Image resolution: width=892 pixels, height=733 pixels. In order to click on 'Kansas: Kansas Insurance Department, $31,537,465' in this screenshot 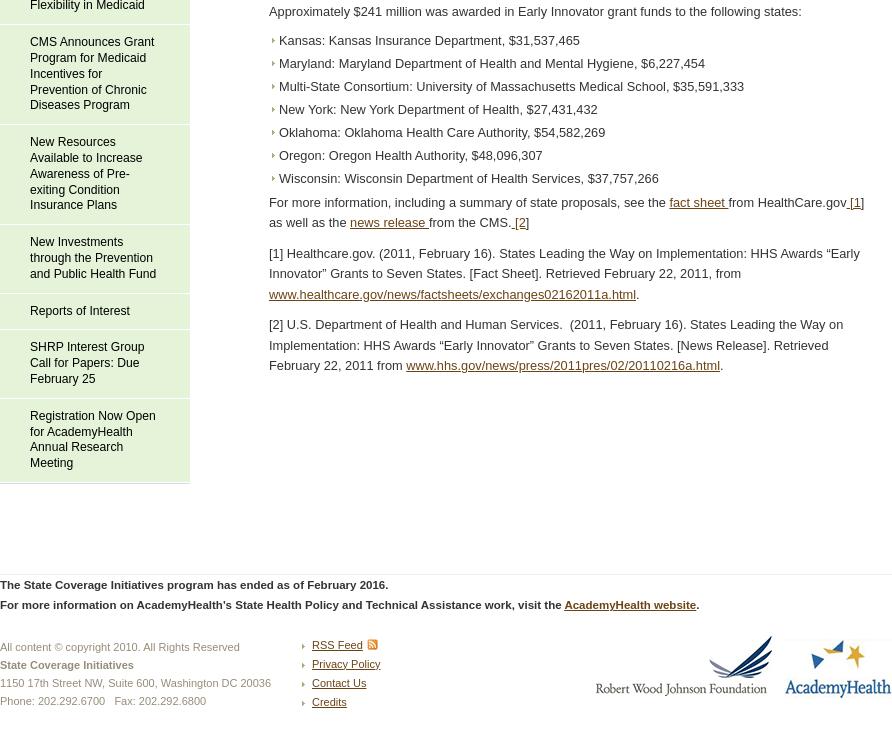, I will do `click(427, 39)`.